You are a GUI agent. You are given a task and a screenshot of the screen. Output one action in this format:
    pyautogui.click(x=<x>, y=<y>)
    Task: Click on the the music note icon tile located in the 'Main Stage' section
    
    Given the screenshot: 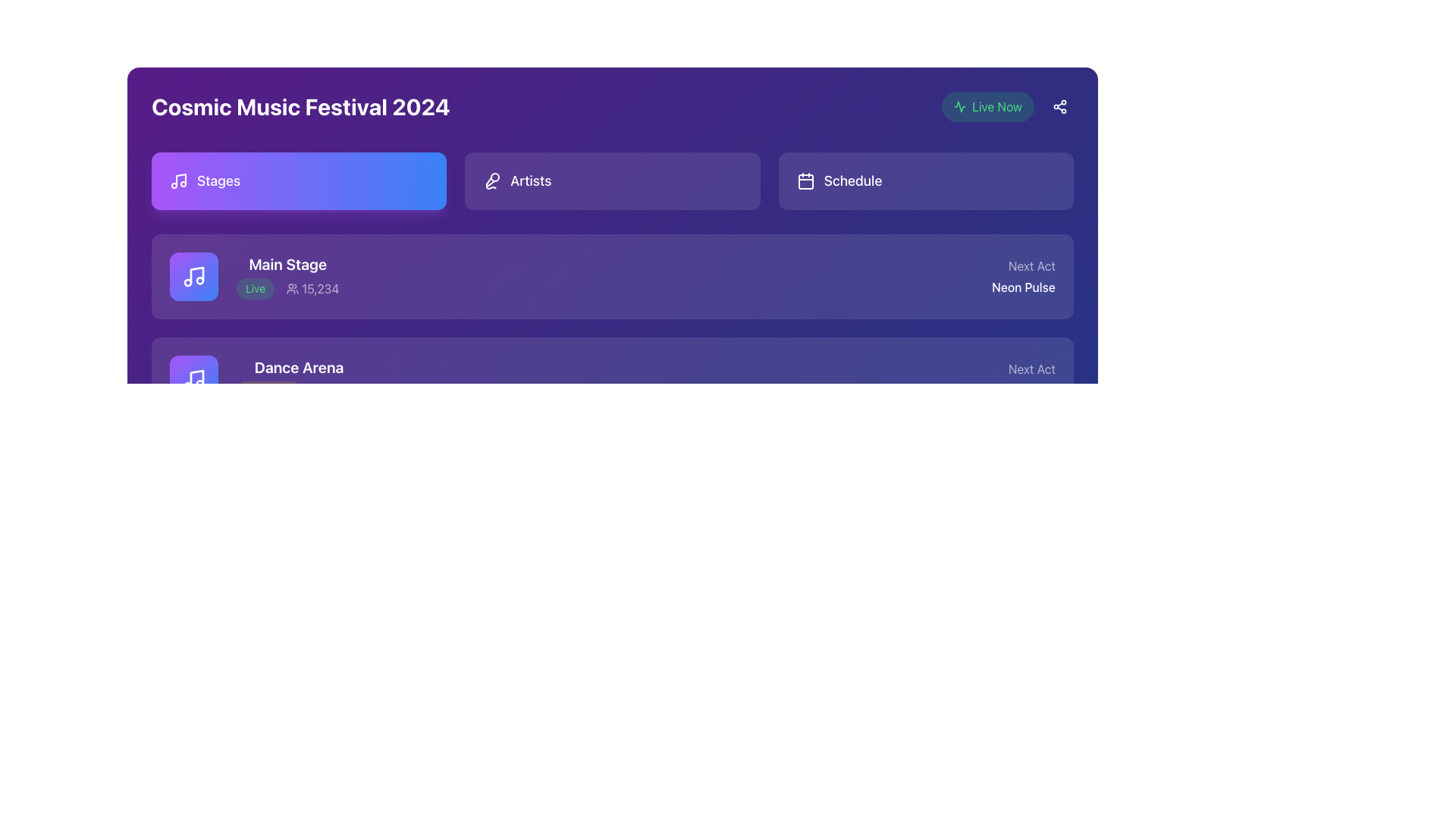 What is the action you would take?
    pyautogui.click(x=193, y=277)
    